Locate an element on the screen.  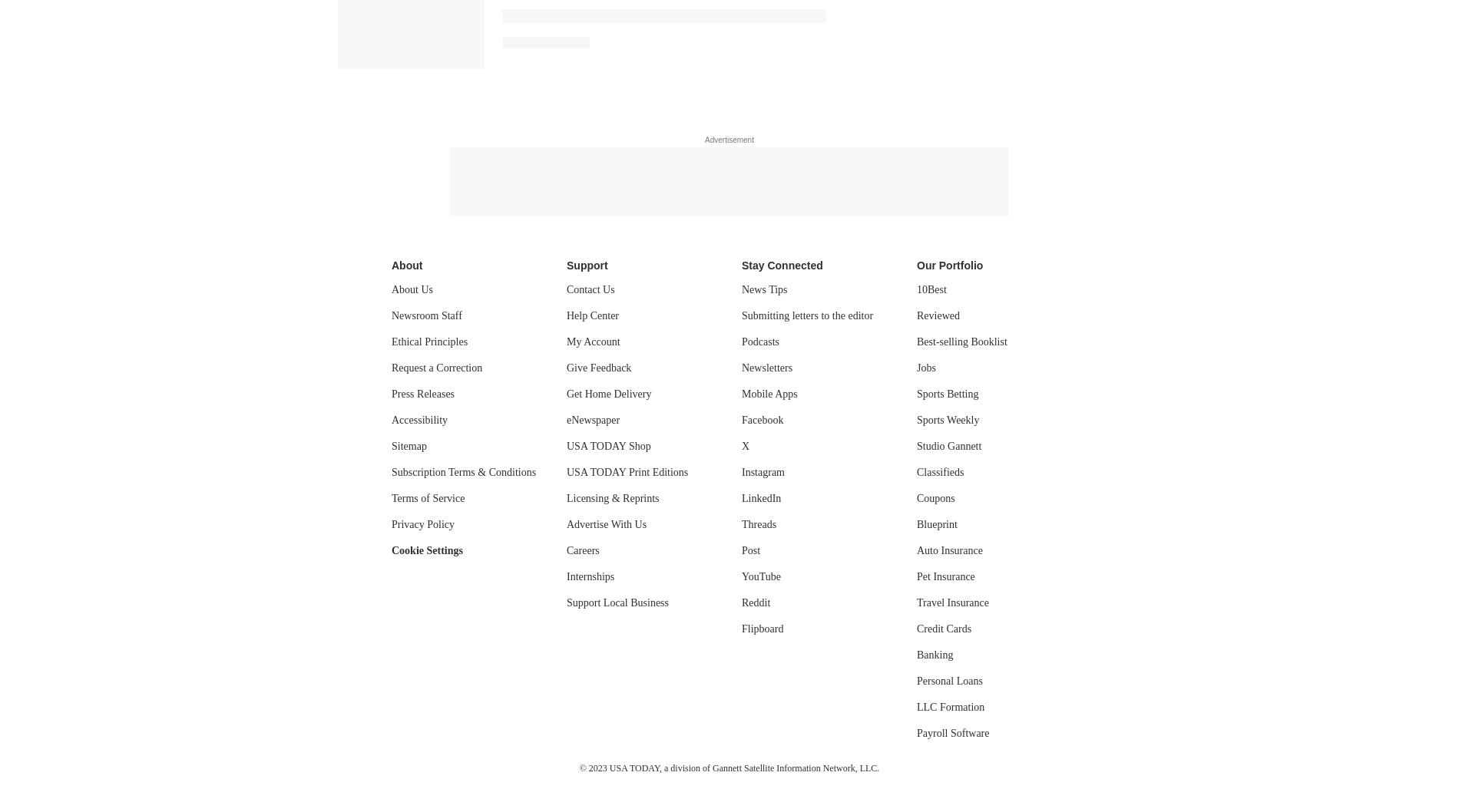
'Travel Insurance' is located at coordinates (951, 602).